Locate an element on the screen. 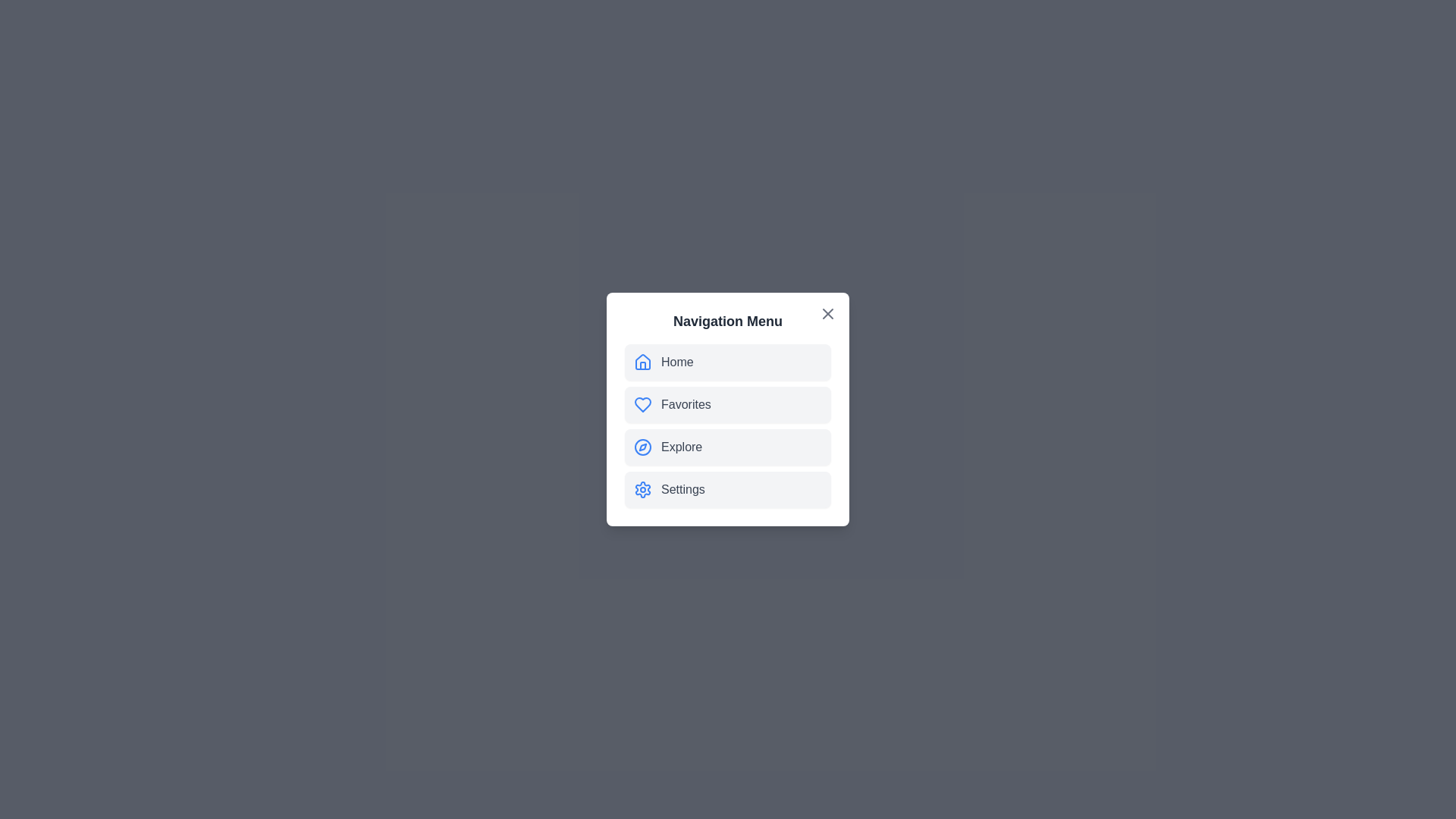 This screenshot has width=1456, height=819. the navigation item Home to observe its hover effect is located at coordinates (728, 362).